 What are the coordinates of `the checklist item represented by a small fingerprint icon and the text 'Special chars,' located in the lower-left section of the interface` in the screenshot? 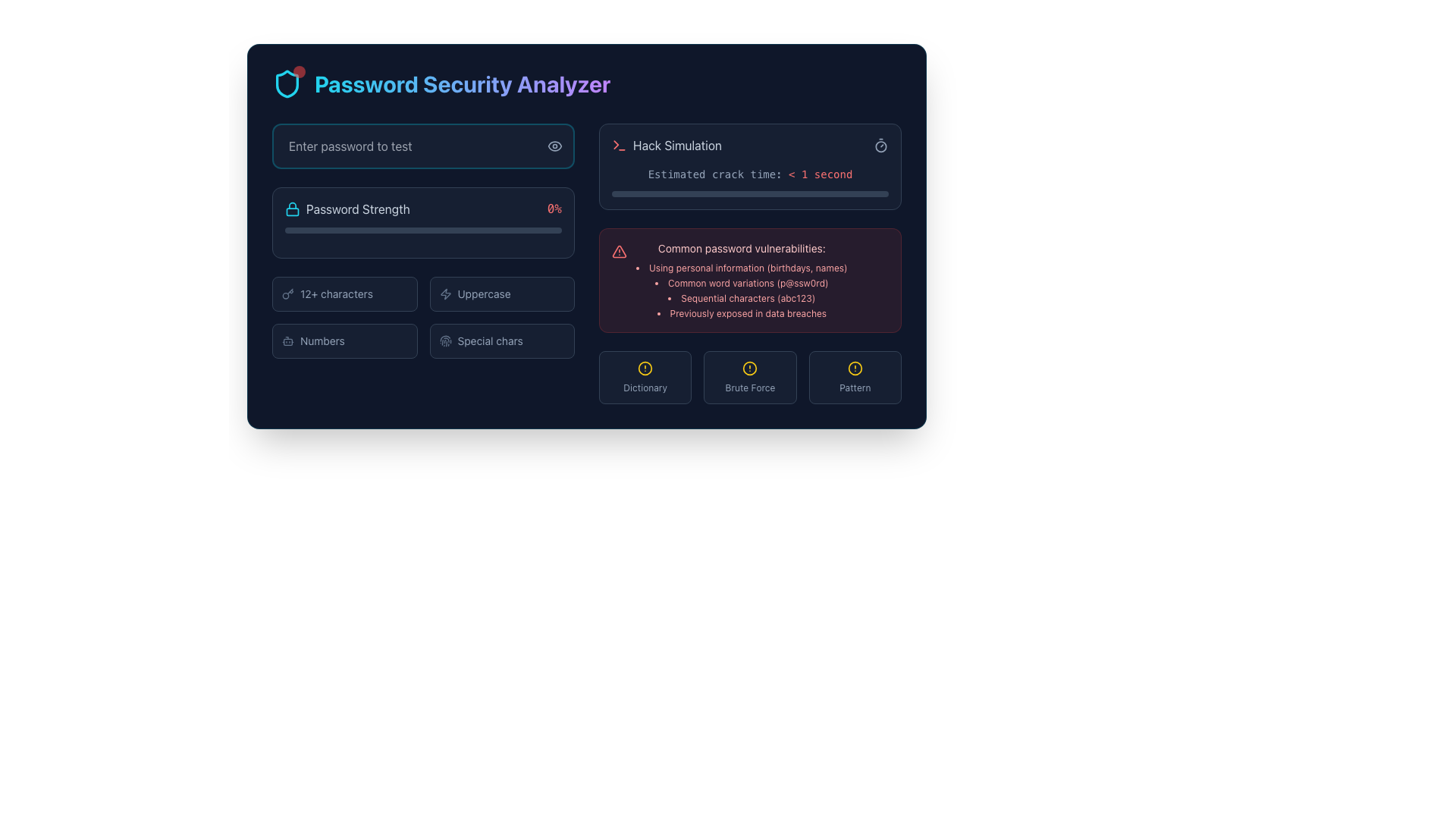 It's located at (502, 341).